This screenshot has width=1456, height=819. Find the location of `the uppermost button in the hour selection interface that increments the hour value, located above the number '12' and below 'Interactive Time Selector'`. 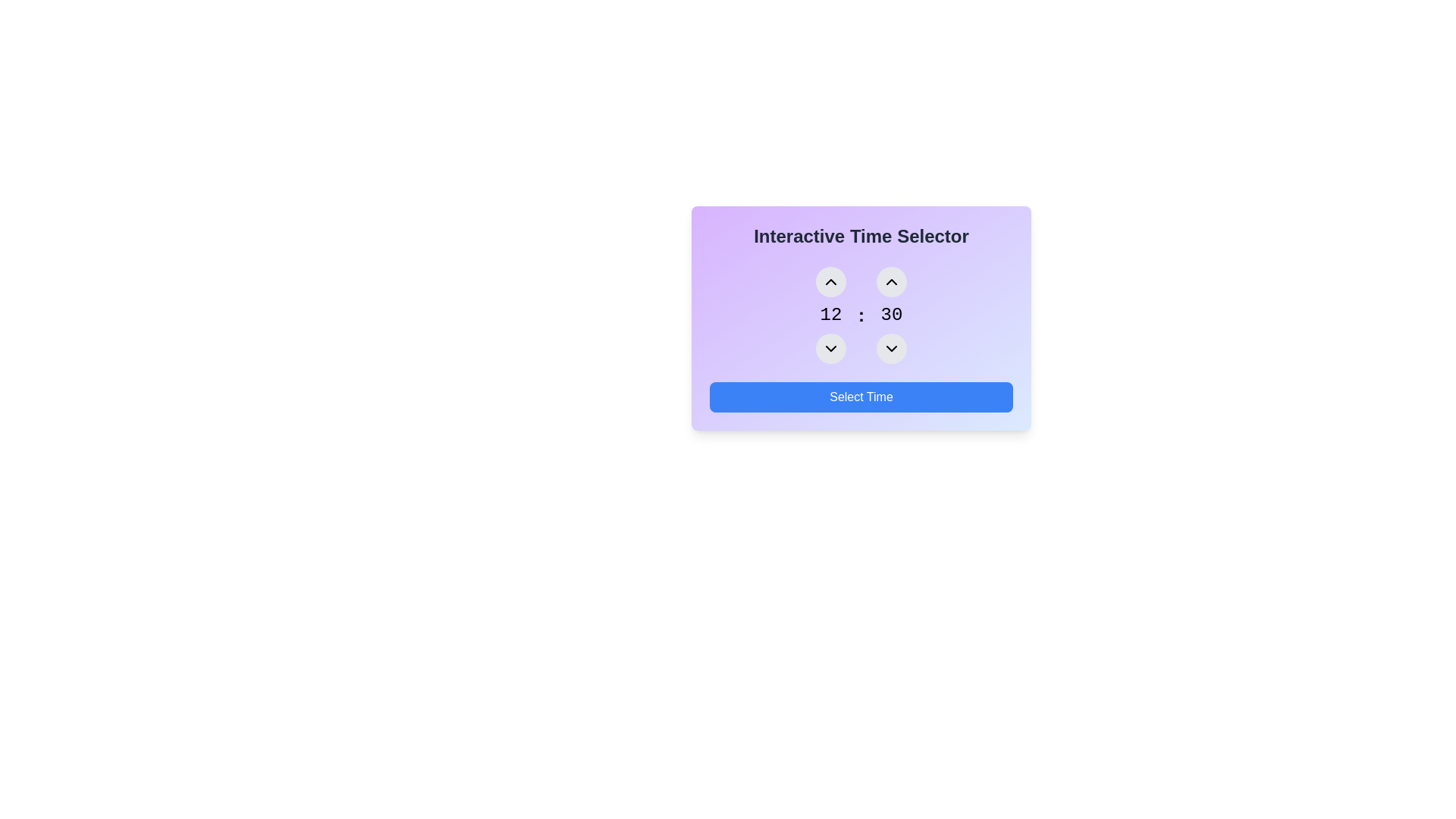

the uppermost button in the hour selection interface that increments the hour value, located above the number '12' and below 'Interactive Time Selector' is located at coordinates (830, 281).